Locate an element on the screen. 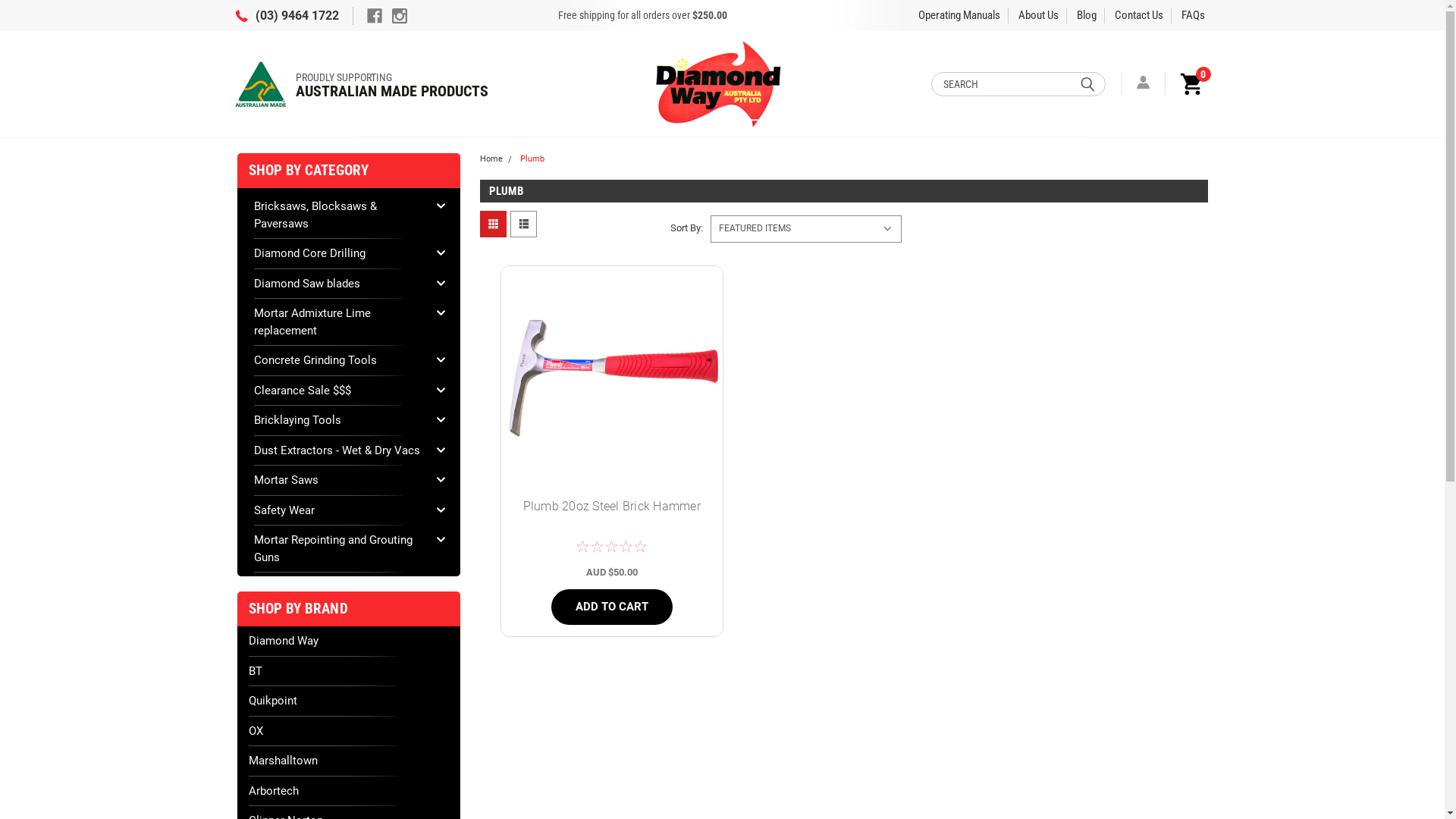 The height and width of the screenshot is (819, 1456). 'Operating Manuals' is located at coordinates (959, 14).